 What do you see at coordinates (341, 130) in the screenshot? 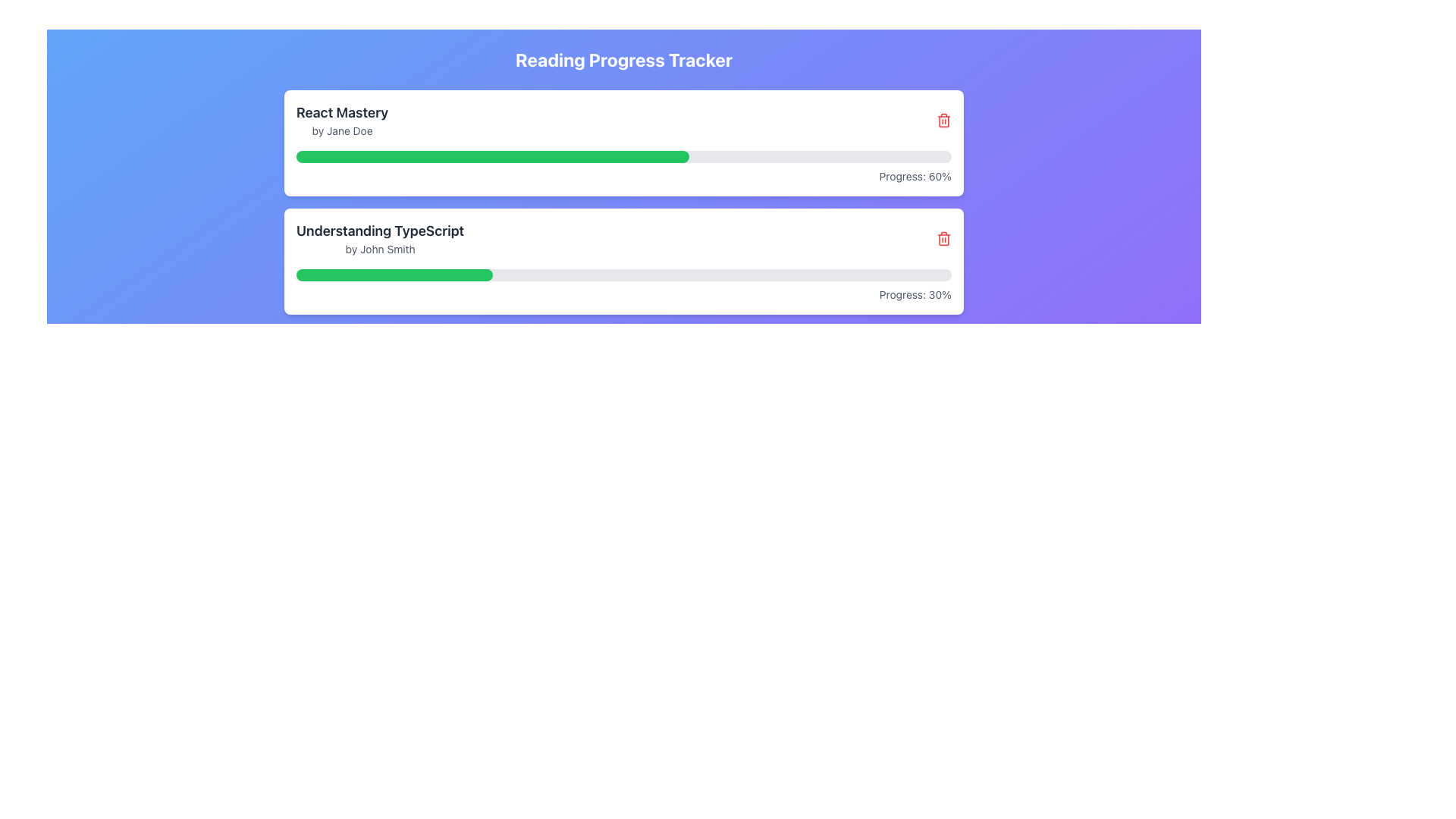
I see `the text label that reads 'by Jane Doe', which is located directly below the 'React Mastery' title in the top card, serving as an author attribution` at bounding box center [341, 130].